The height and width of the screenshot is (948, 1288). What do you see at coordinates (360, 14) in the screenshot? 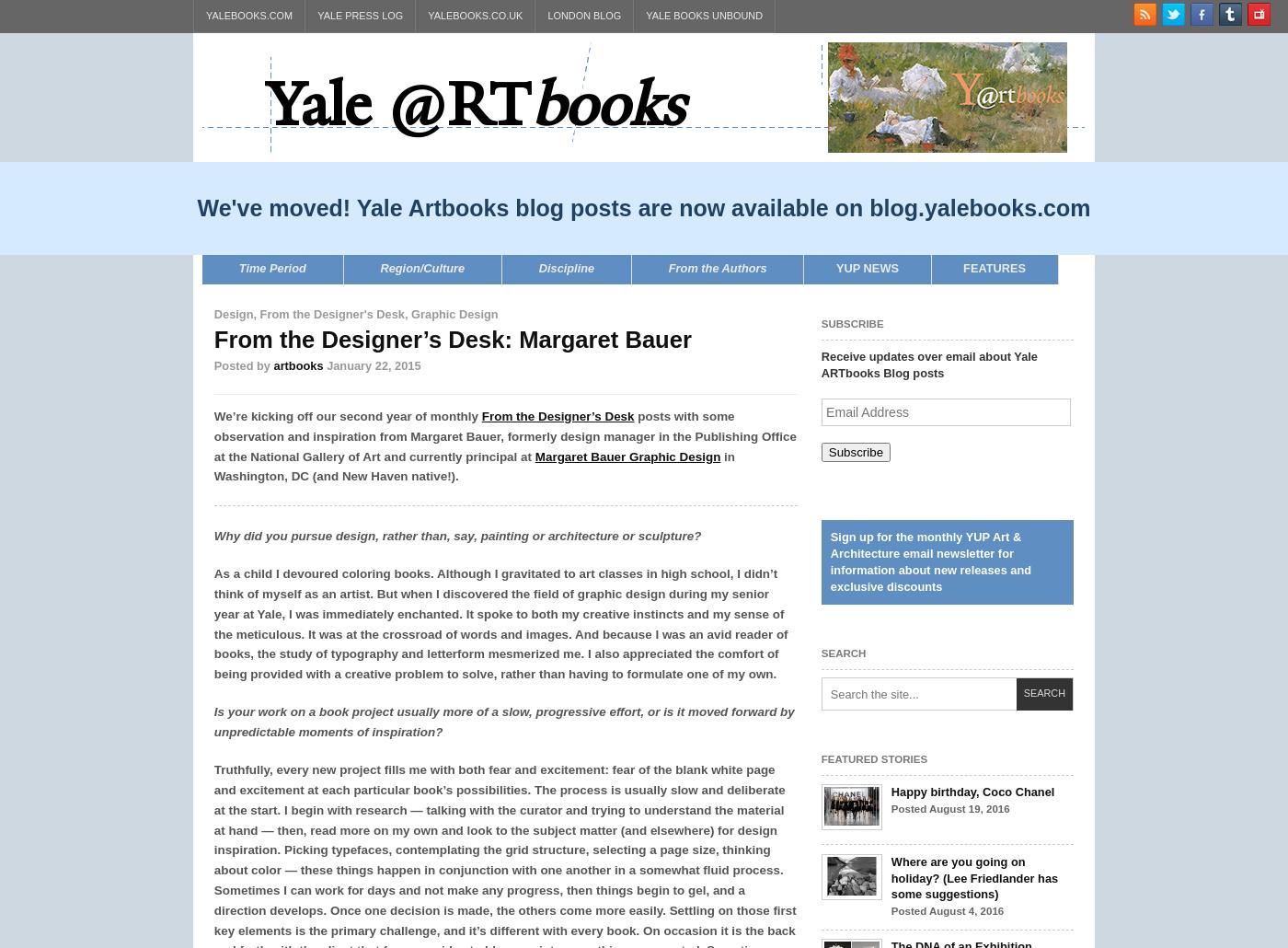
I see `'Yale Press Log'` at bounding box center [360, 14].